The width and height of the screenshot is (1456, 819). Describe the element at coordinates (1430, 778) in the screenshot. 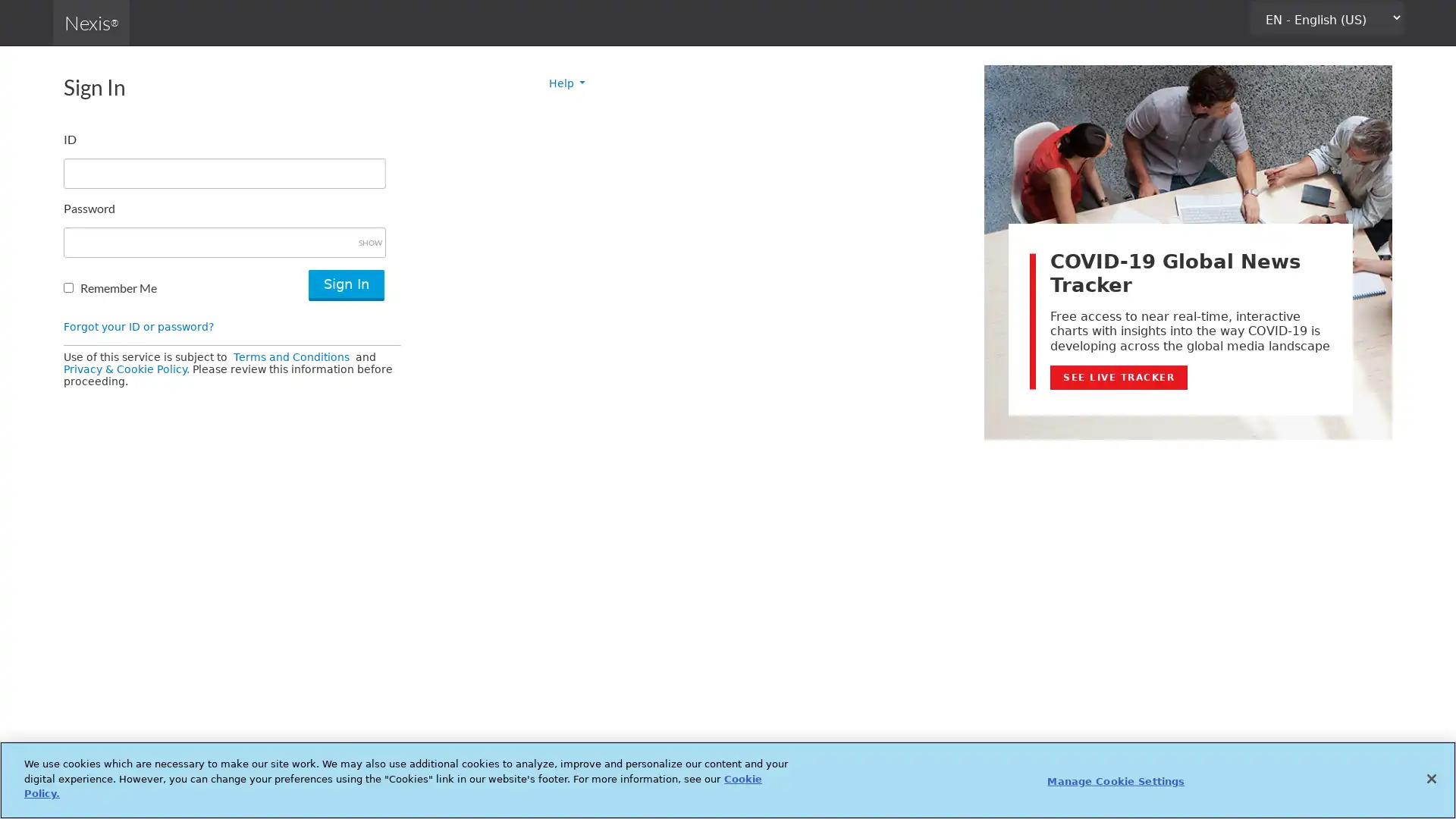

I see `Close` at that location.